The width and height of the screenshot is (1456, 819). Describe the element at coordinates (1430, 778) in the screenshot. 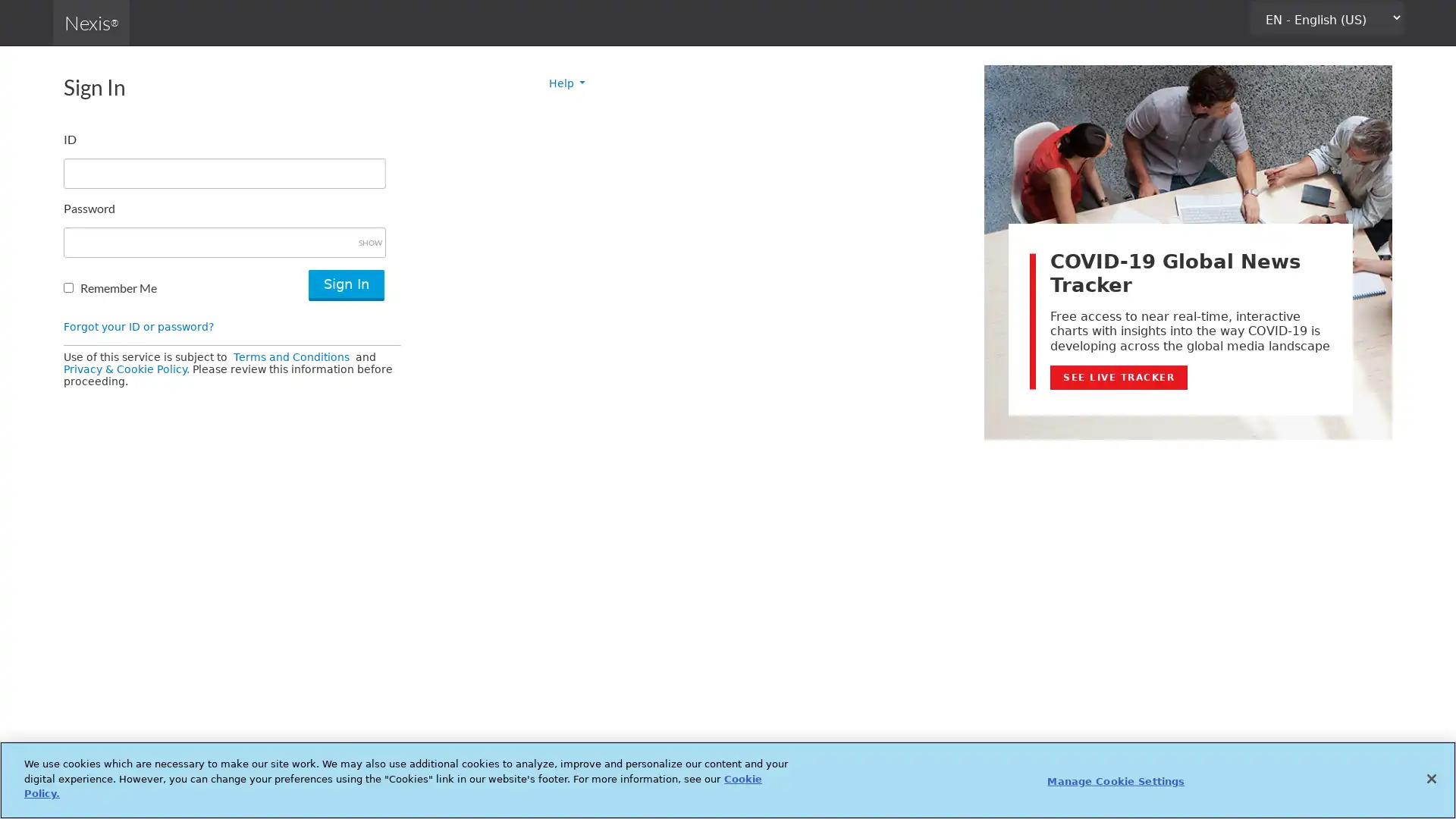

I see `Close` at that location.